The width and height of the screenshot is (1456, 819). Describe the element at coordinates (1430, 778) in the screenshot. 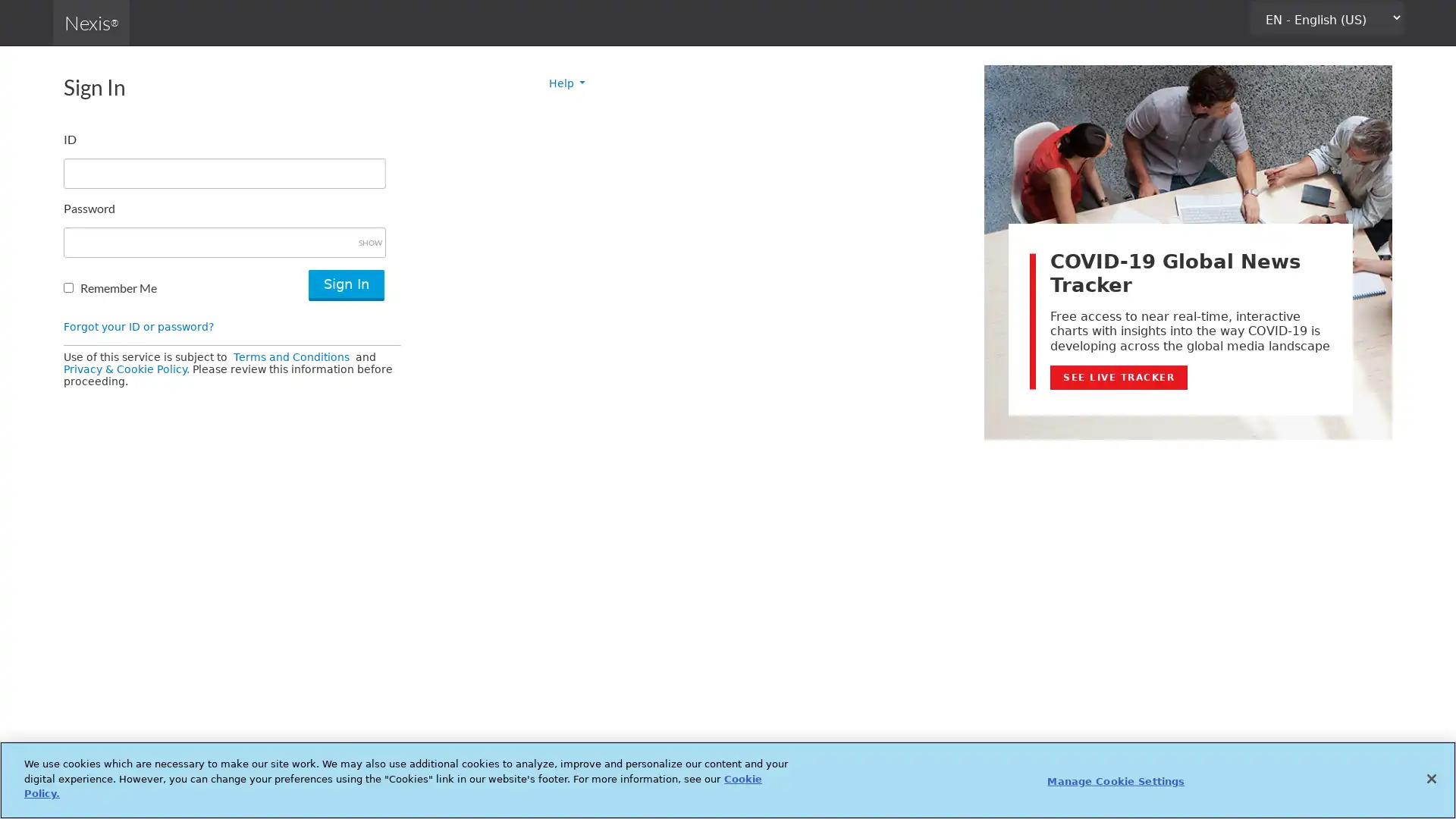

I see `Close` at that location.